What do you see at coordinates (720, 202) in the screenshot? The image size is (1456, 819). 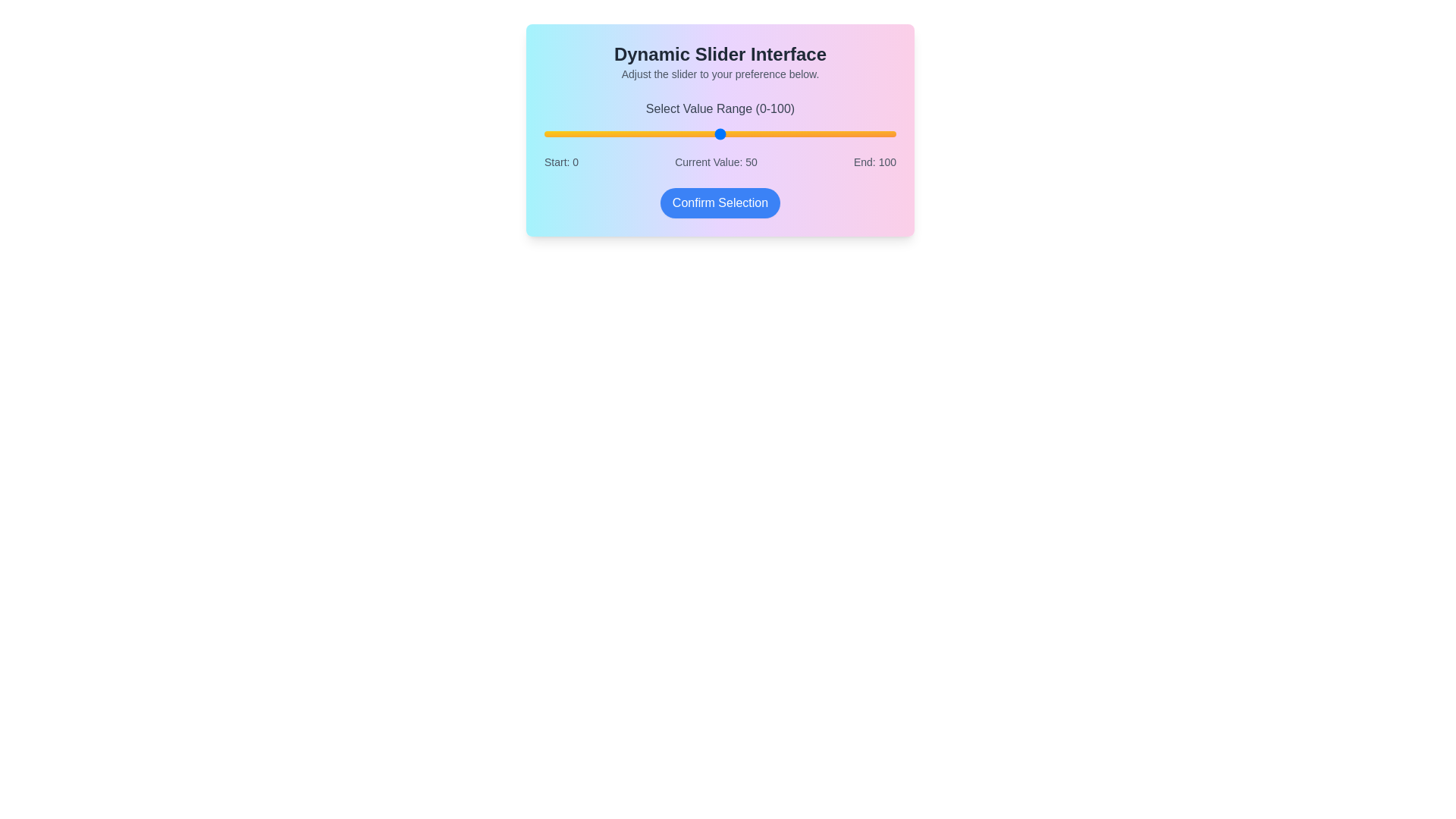 I see `'Confirm Selection' button to confirm the chosen value` at bounding box center [720, 202].